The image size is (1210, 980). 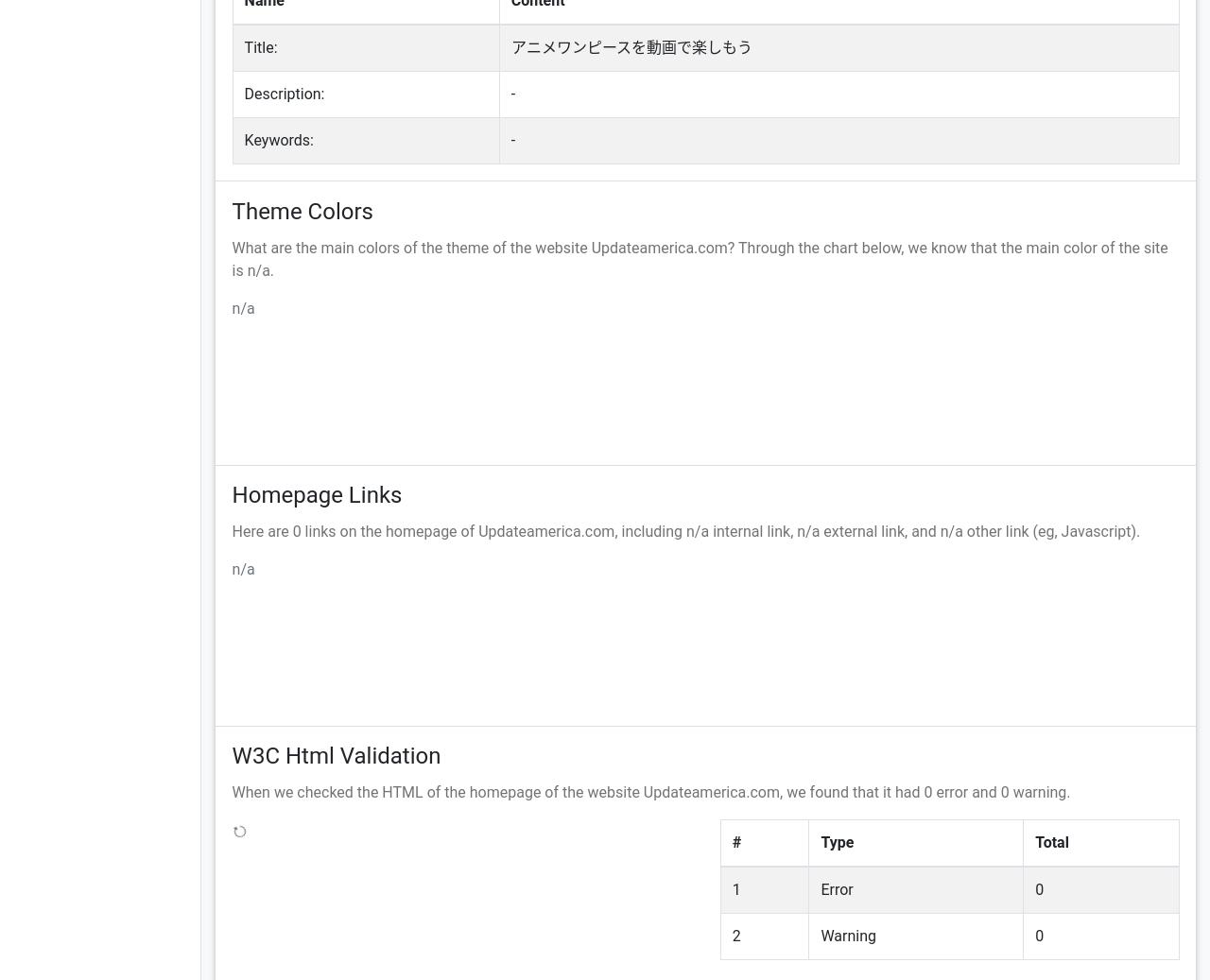 What do you see at coordinates (316, 494) in the screenshot?
I see `'Homepage Links'` at bounding box center [316, 494].